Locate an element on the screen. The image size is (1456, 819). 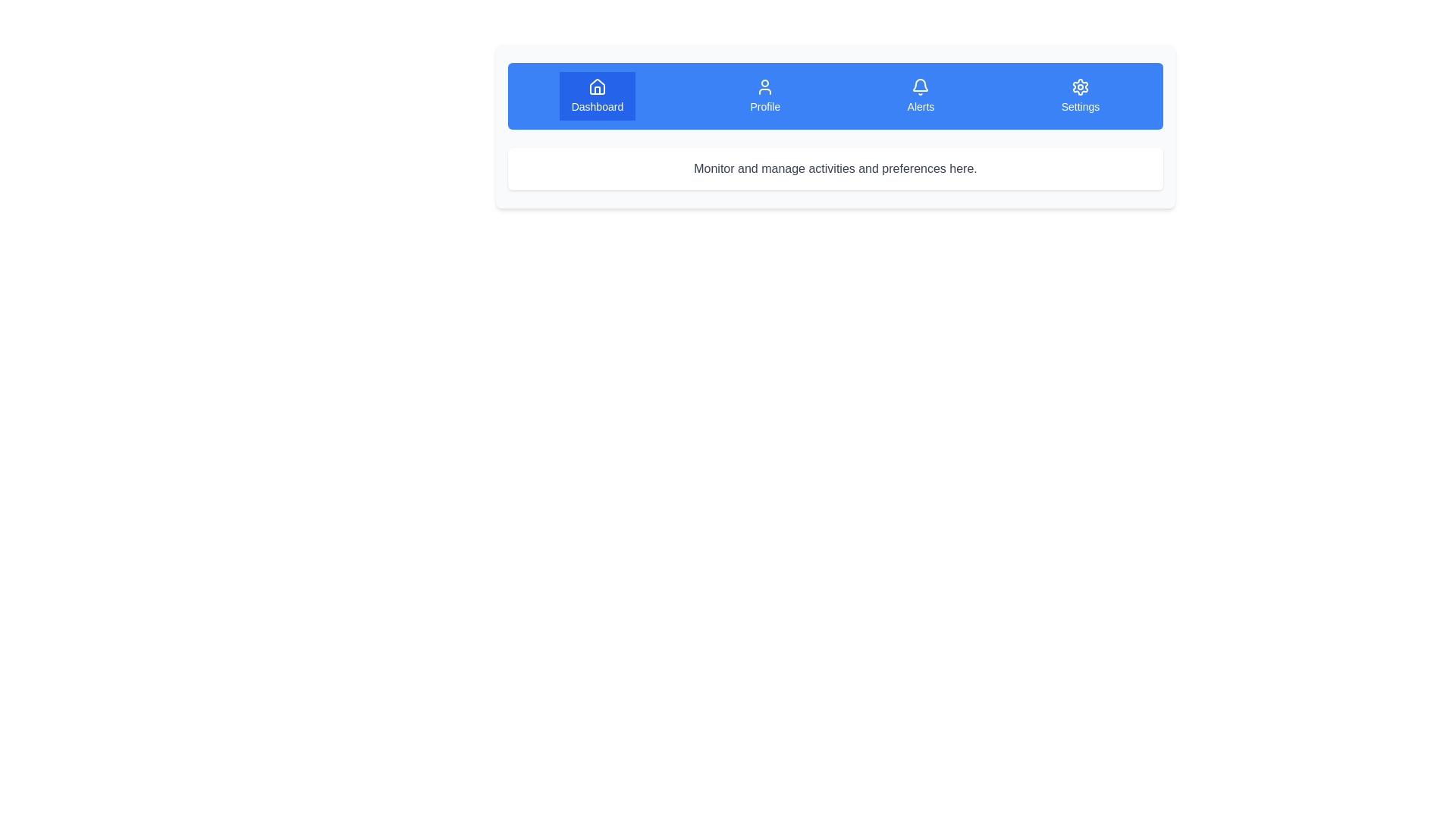
the Profile button located between the Dashboard and Alerts buttons to observe the scaling animation is located at coordinates (765, 96).